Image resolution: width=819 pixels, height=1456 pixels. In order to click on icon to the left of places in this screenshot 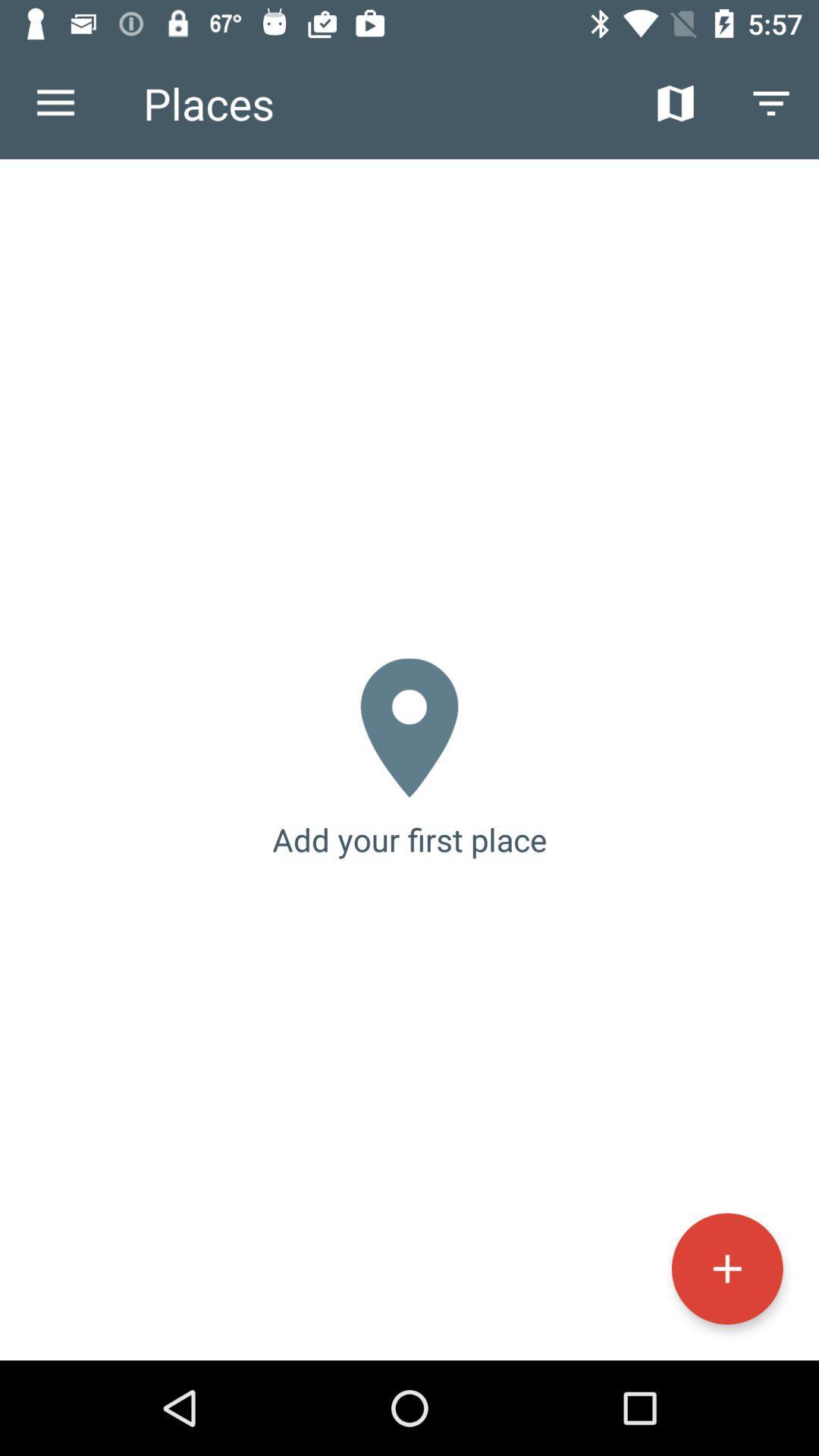, I will do `click(55, 102)`.